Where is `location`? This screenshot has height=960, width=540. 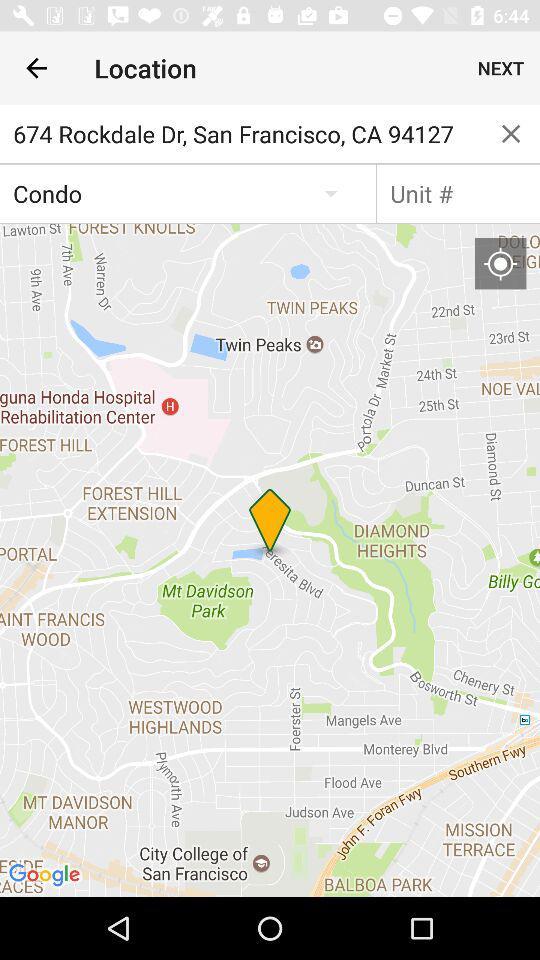 location is located at coordinates (499, 262).